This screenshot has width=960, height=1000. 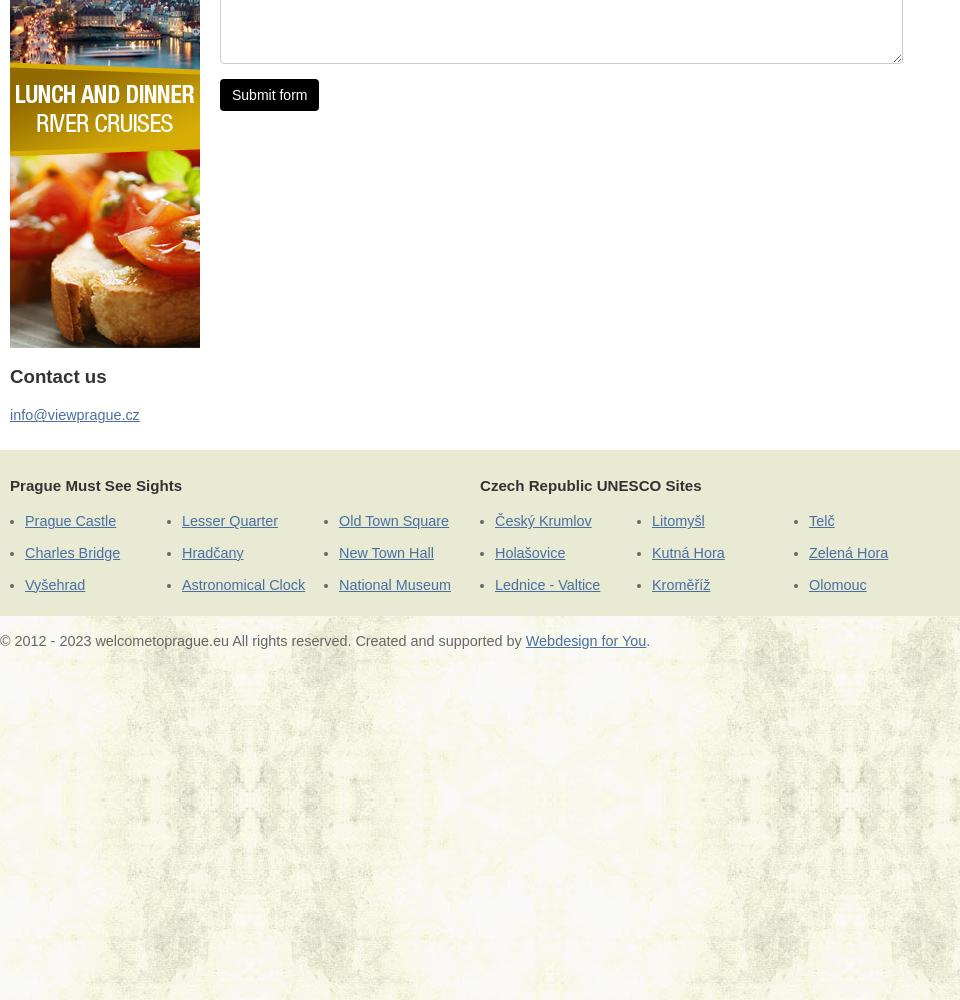 What do you see at coordinates (392, 521) in the screenshot?
I see `'Old Town Square'` at bounding box center [392, 521].